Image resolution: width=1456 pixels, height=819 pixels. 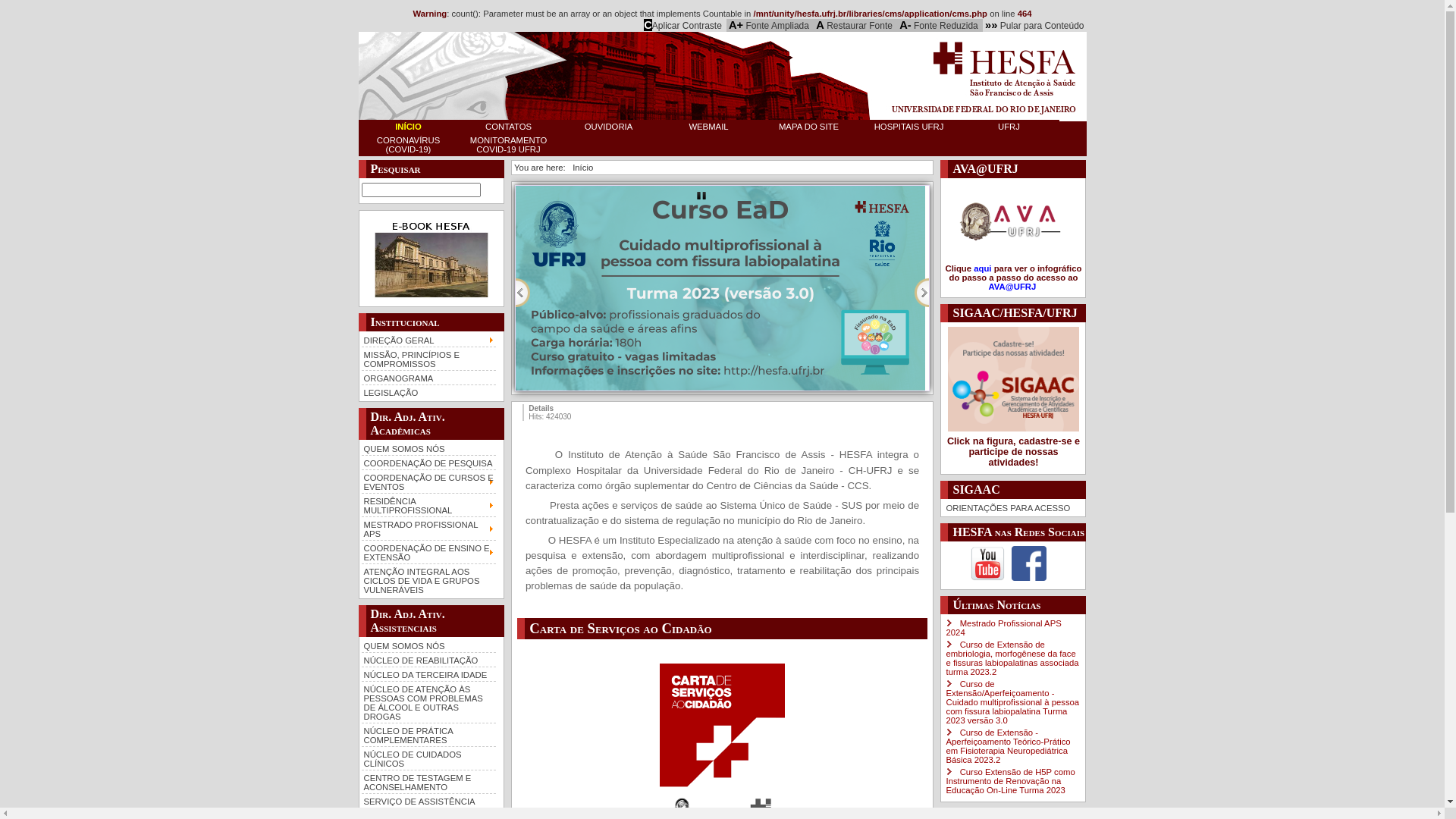 I want to click on 'WEBMAIL', so click(x=708, y=125).